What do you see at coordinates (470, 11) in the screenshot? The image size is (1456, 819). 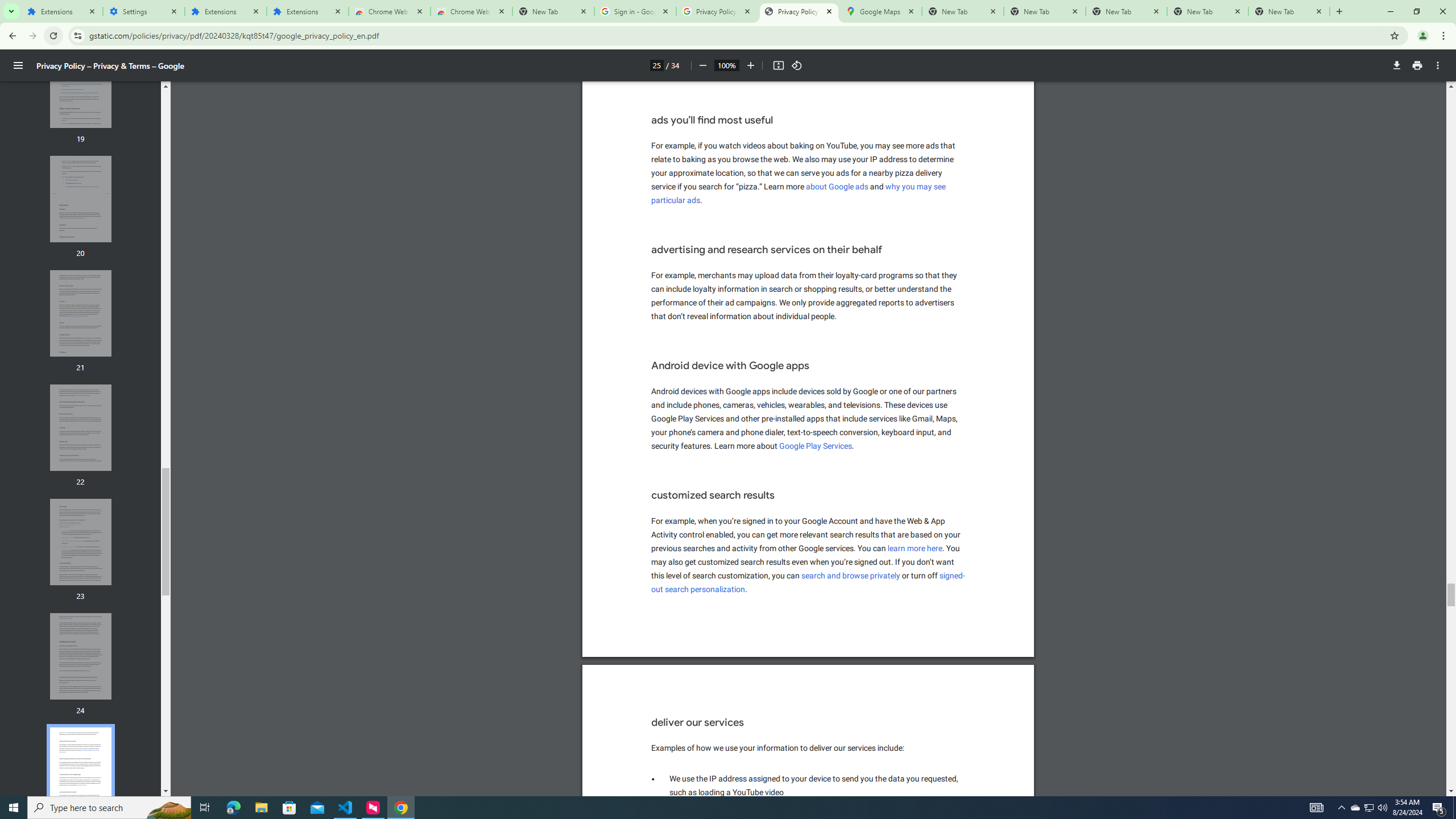 I see `'Chrome Web Store - Themes'` at bounding box center [470, 11].